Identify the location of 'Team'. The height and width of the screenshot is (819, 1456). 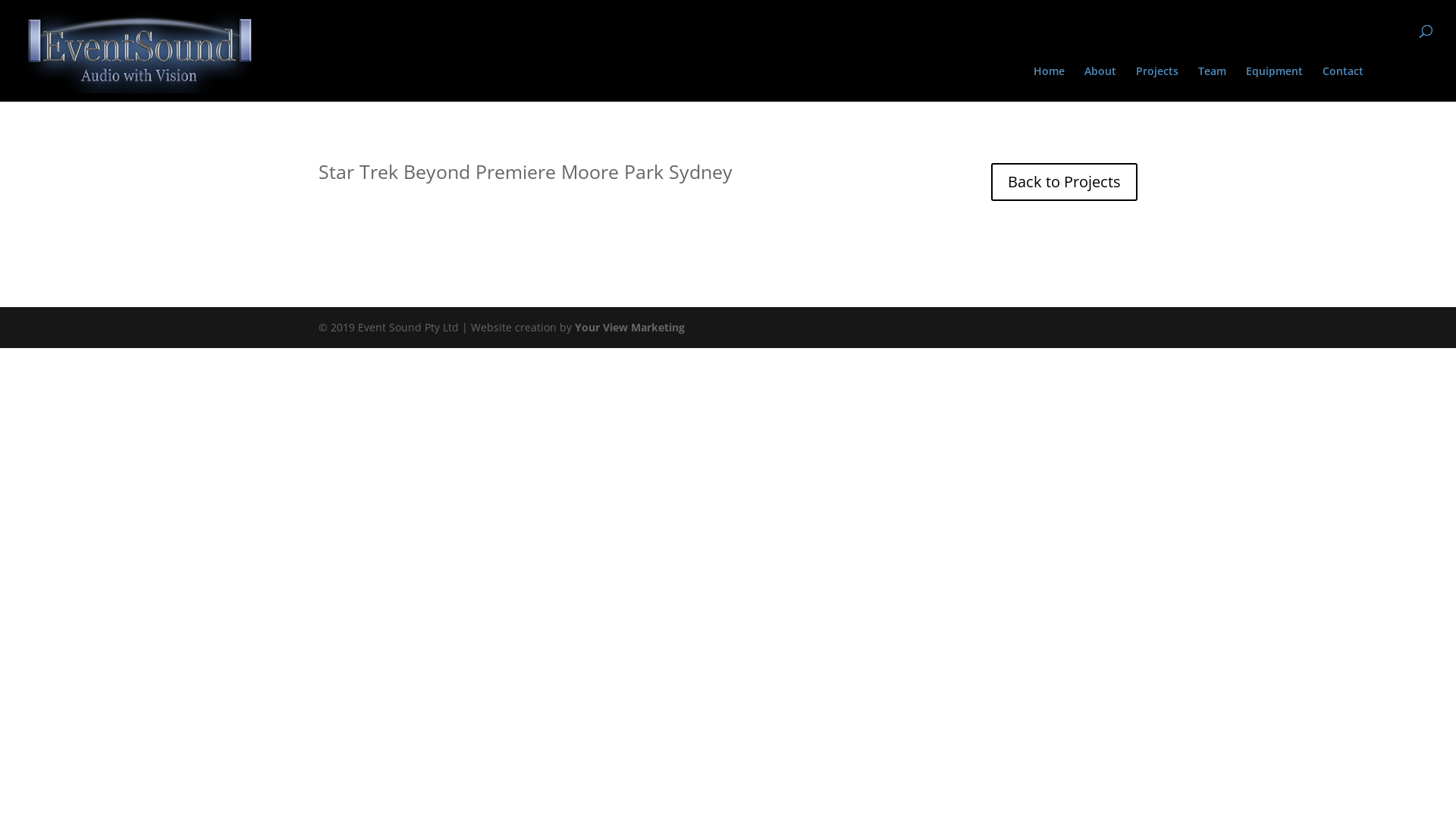
(1197, 83).